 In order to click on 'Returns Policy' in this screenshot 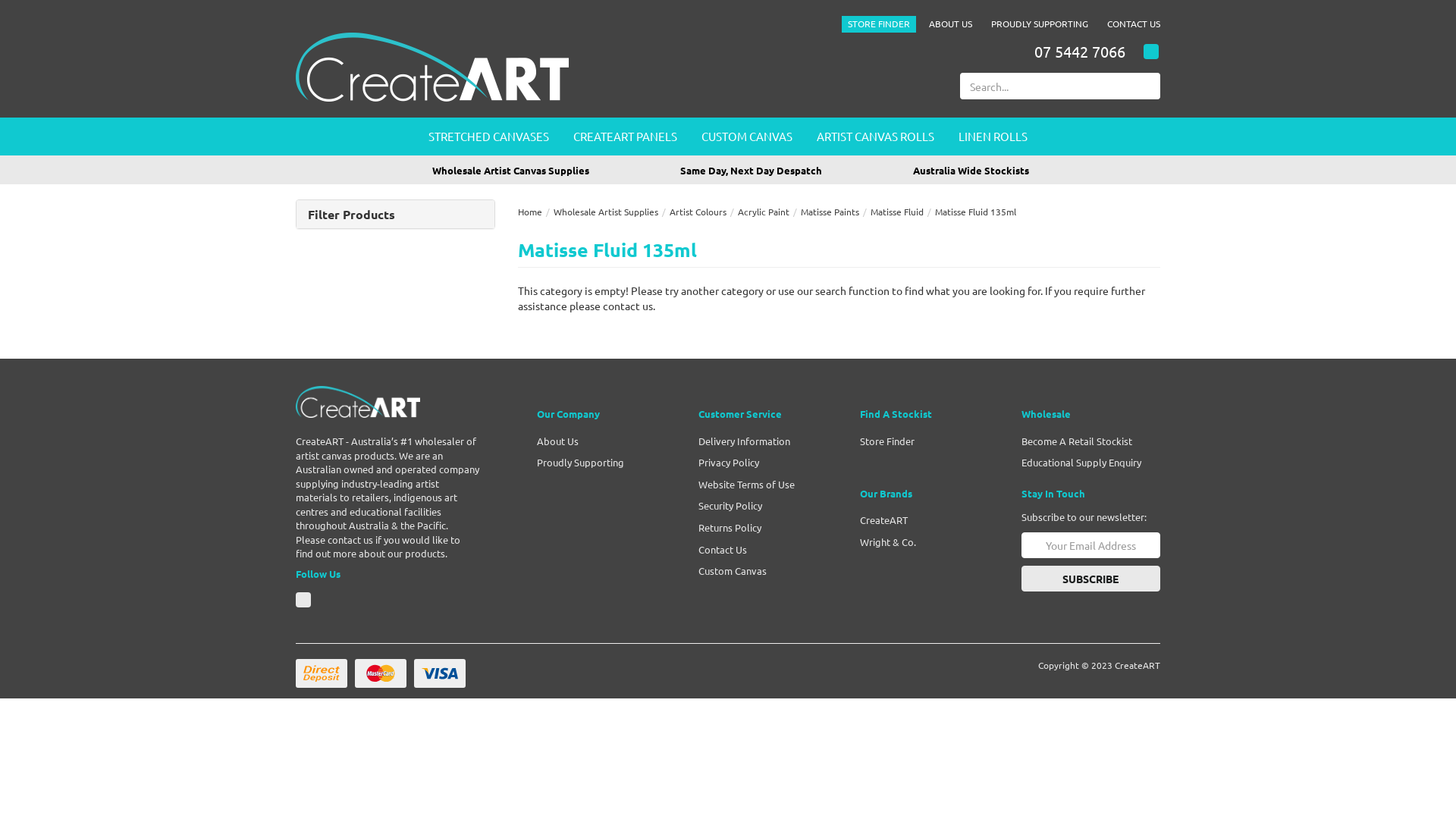, I will do `click(761, 527)`.